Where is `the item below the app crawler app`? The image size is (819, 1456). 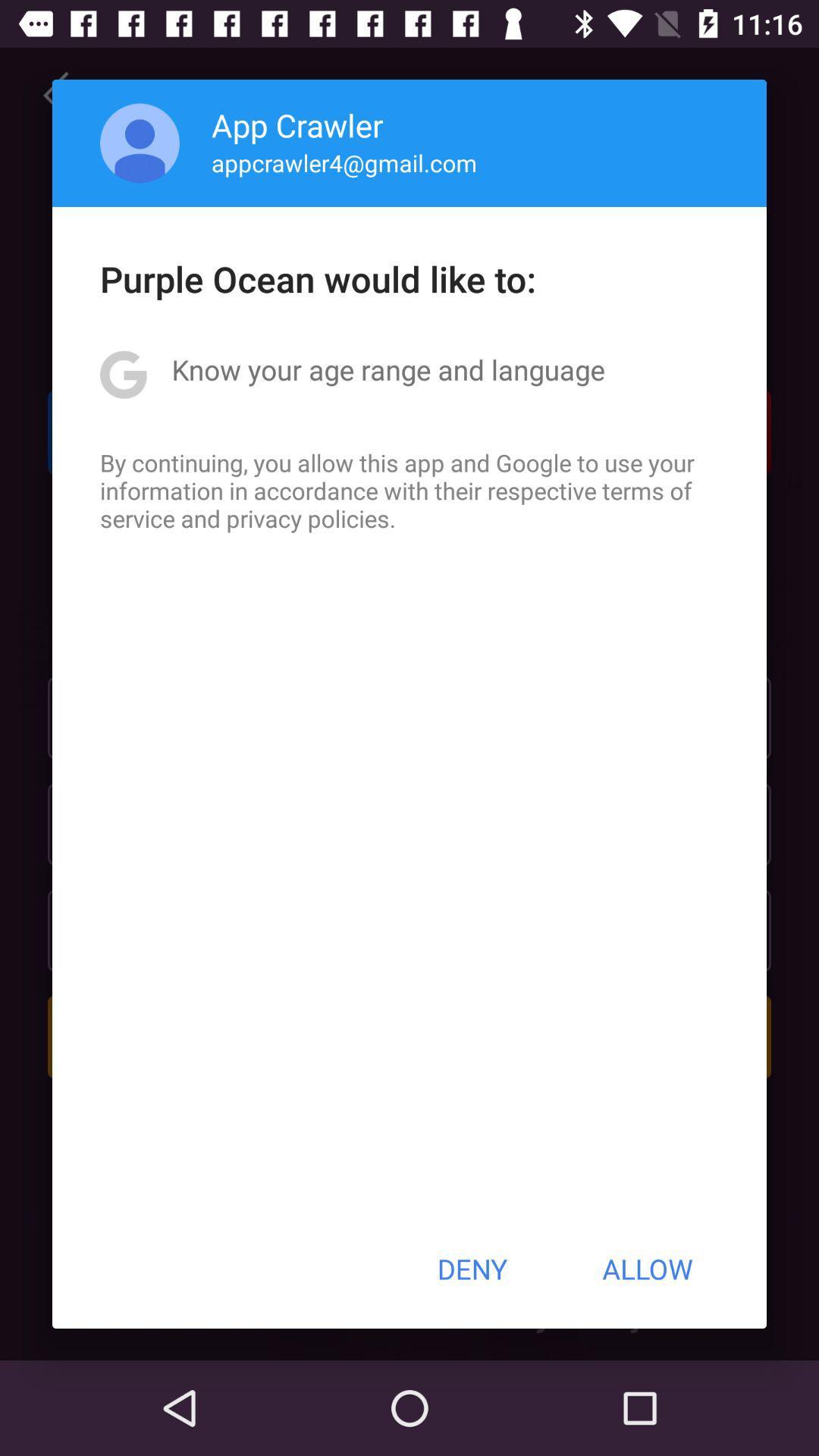
the item below the app crawler app is located at coordinates (344, 162).